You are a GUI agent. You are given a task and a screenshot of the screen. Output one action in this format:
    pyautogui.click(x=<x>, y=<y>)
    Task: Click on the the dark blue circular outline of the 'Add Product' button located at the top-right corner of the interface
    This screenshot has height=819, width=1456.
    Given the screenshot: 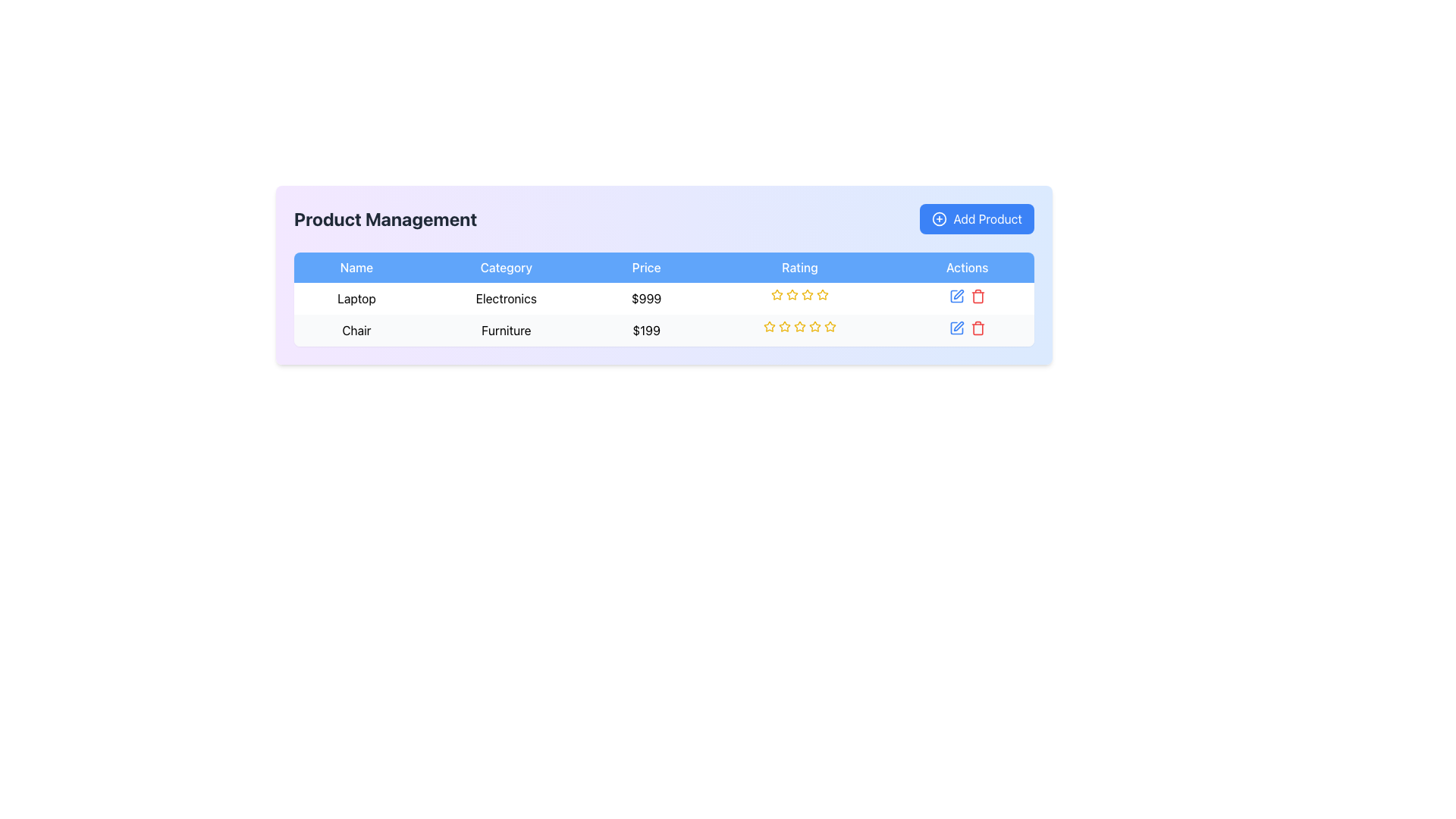 What is the action you would take?
    pyautogui.click(x=939, y=219)
    